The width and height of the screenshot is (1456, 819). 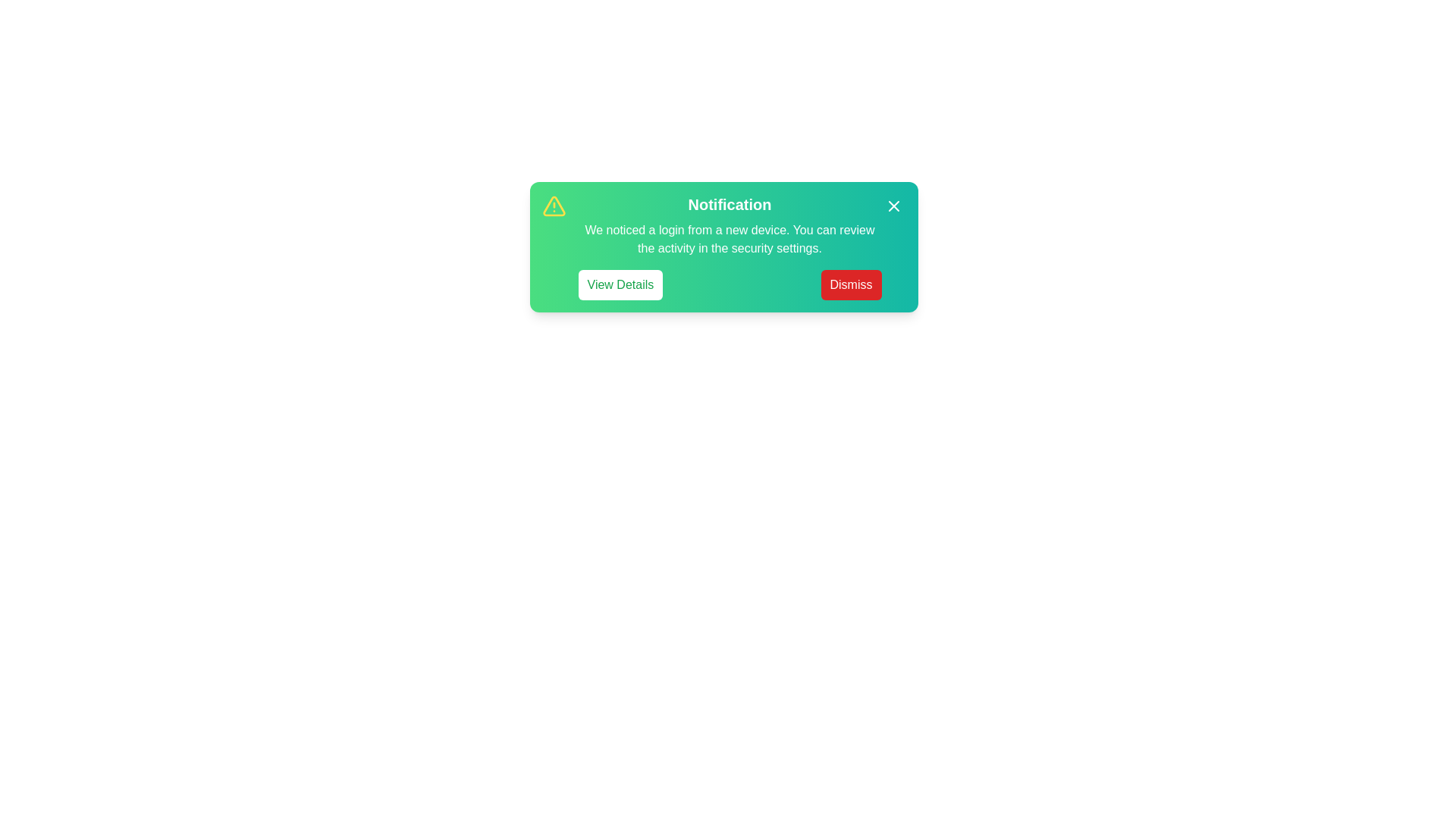 I want to click on the 'View Details' button to navigate to the details page, so click(x=620, y=284).